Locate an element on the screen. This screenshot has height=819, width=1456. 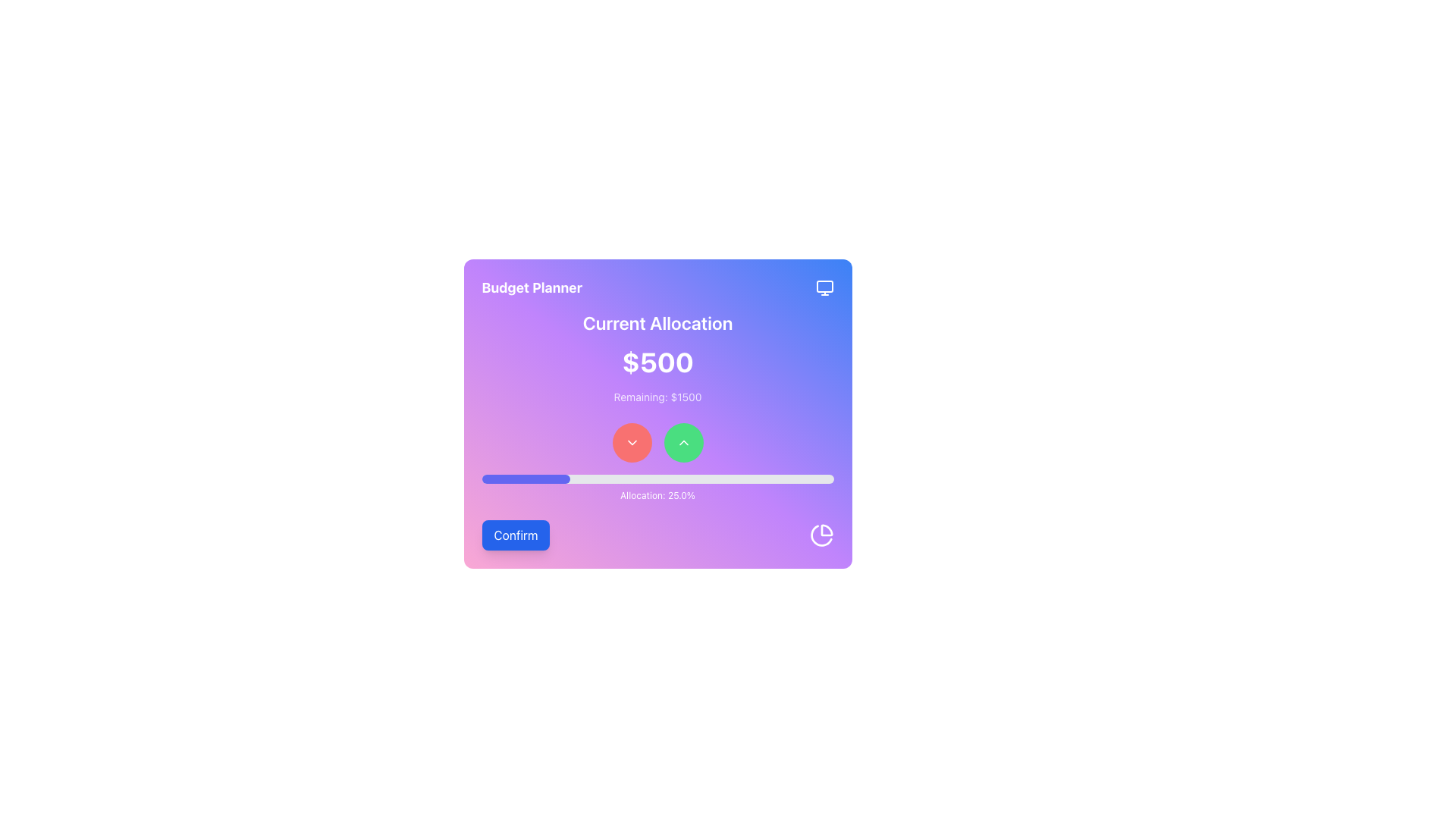
text from the Text Label displaying 'Remaining: $1500', which is positioned below the larger text '$500' in the middle portion of the interface is located at coordinates (657, 397).